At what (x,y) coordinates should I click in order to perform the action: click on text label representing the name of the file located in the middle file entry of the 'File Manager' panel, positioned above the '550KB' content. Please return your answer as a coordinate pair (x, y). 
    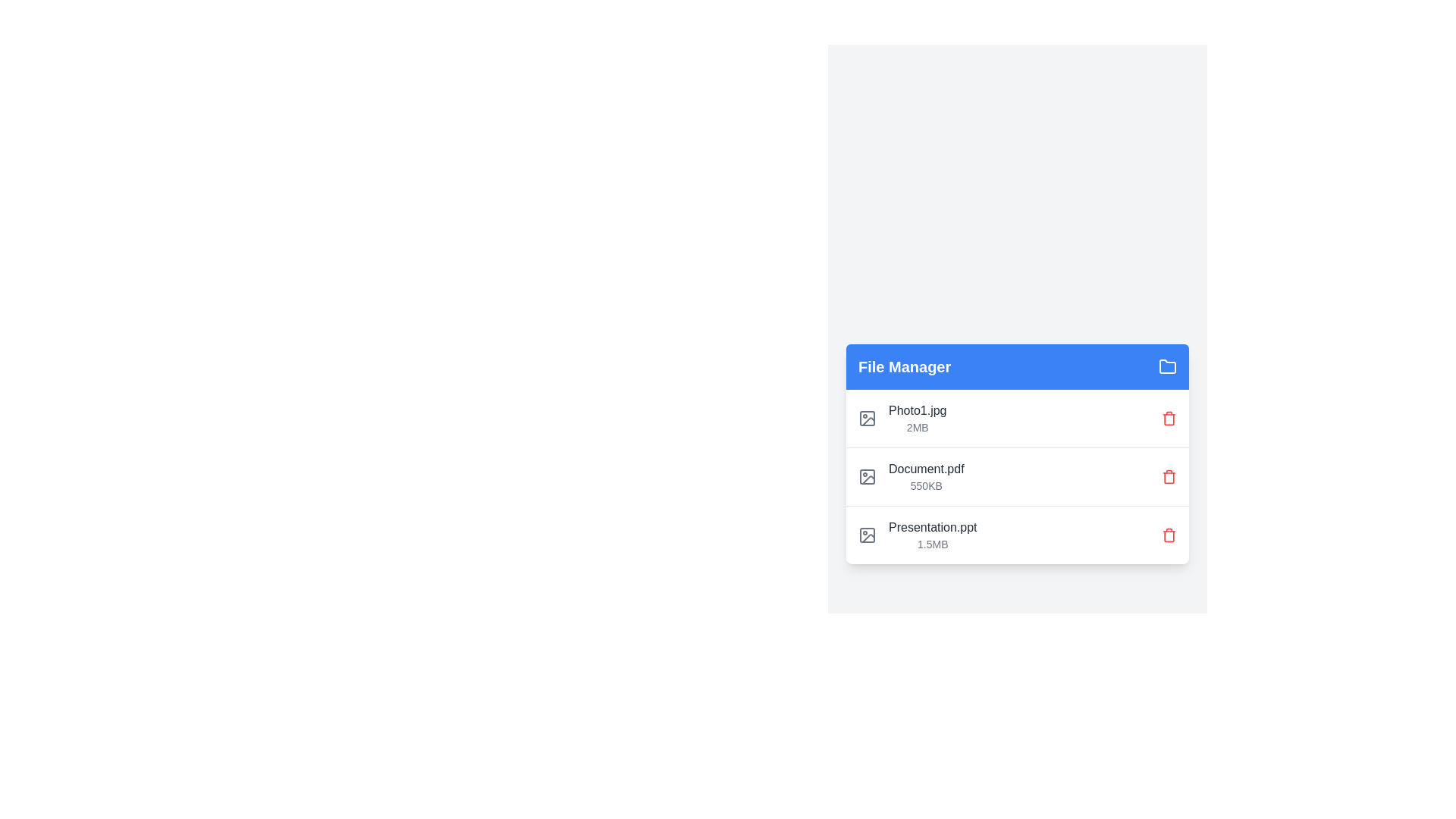
    Looking at the image, I should click on (925, 468).